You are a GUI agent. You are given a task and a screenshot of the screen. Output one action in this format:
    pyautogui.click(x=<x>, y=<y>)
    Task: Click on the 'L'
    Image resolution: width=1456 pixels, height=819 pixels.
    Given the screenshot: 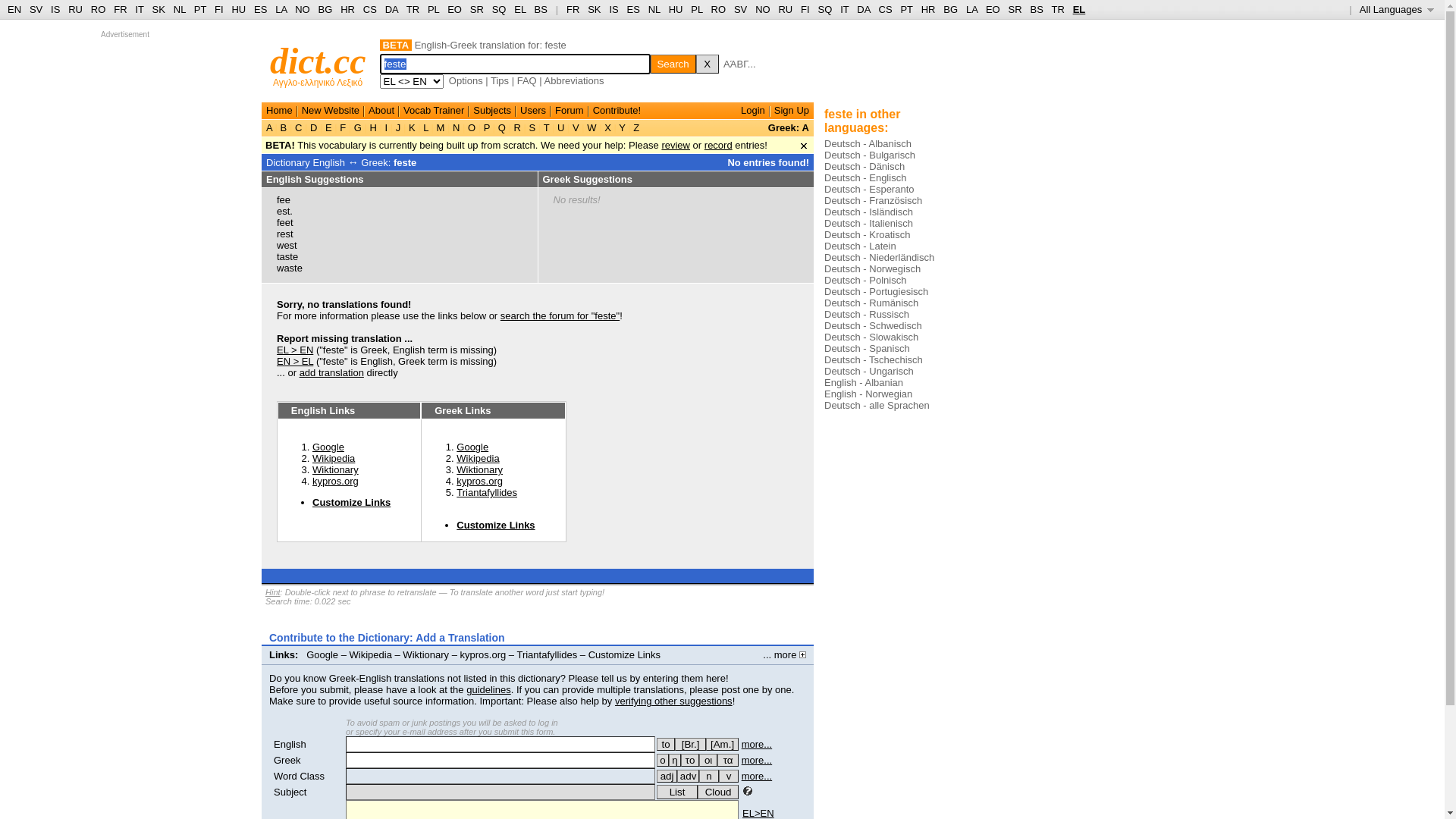 What is the action you would take?
    pyautogui.click(x=425, y=127)
    